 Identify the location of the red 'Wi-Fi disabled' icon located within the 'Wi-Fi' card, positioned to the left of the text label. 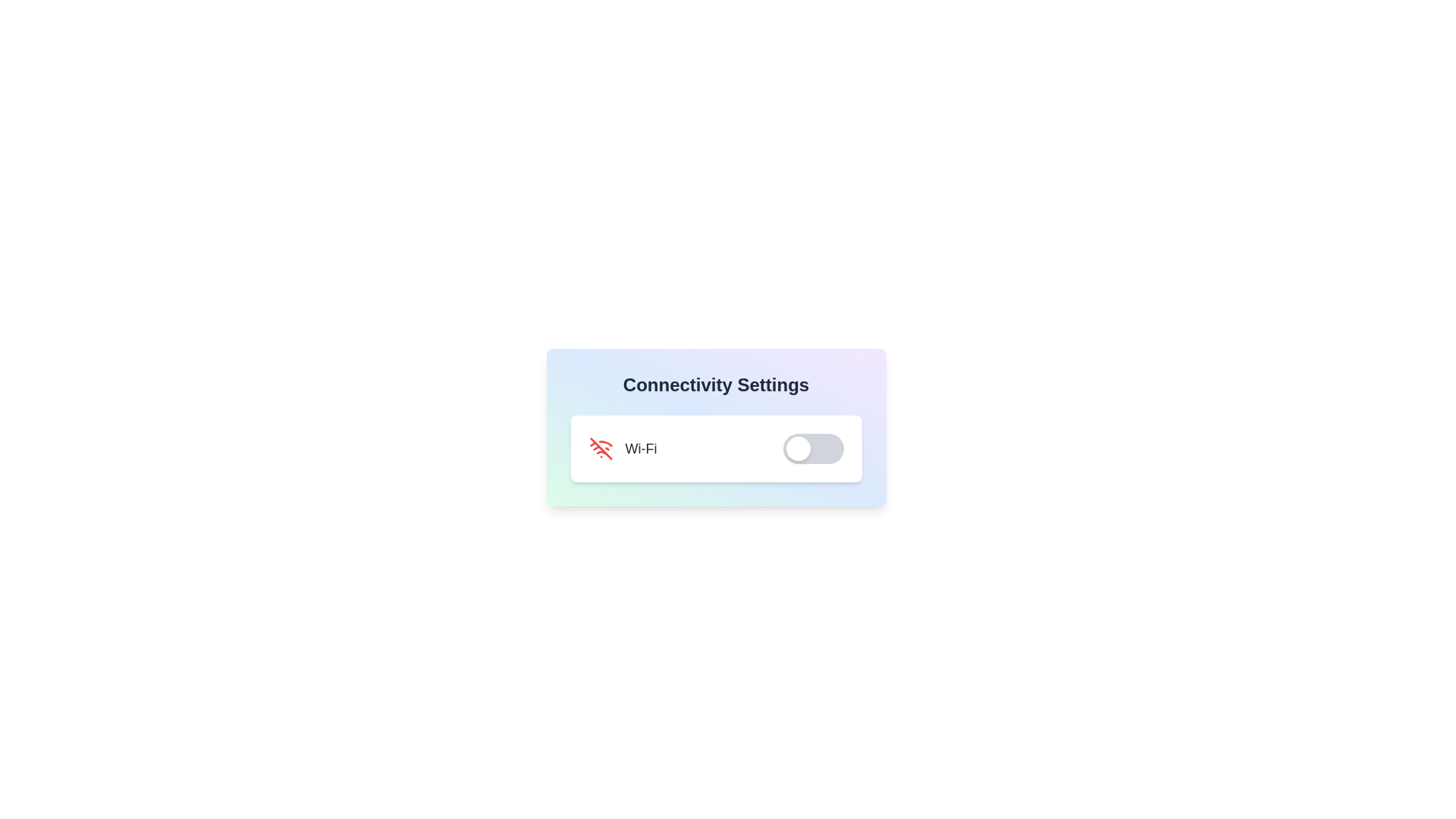
(600, 447).